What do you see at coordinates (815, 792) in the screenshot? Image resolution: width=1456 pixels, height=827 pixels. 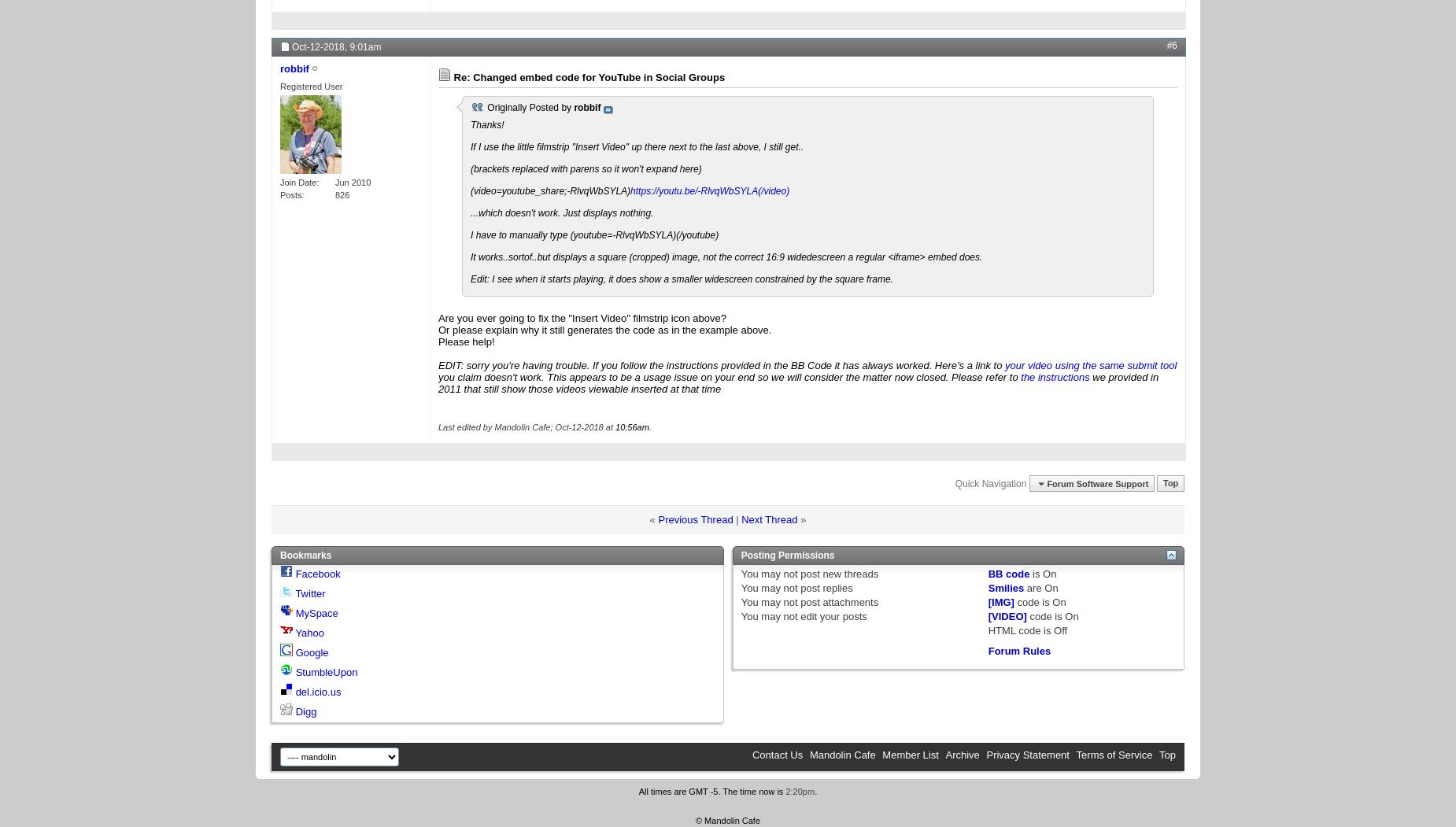 I see `'.'` at bounding box center [815, 792].